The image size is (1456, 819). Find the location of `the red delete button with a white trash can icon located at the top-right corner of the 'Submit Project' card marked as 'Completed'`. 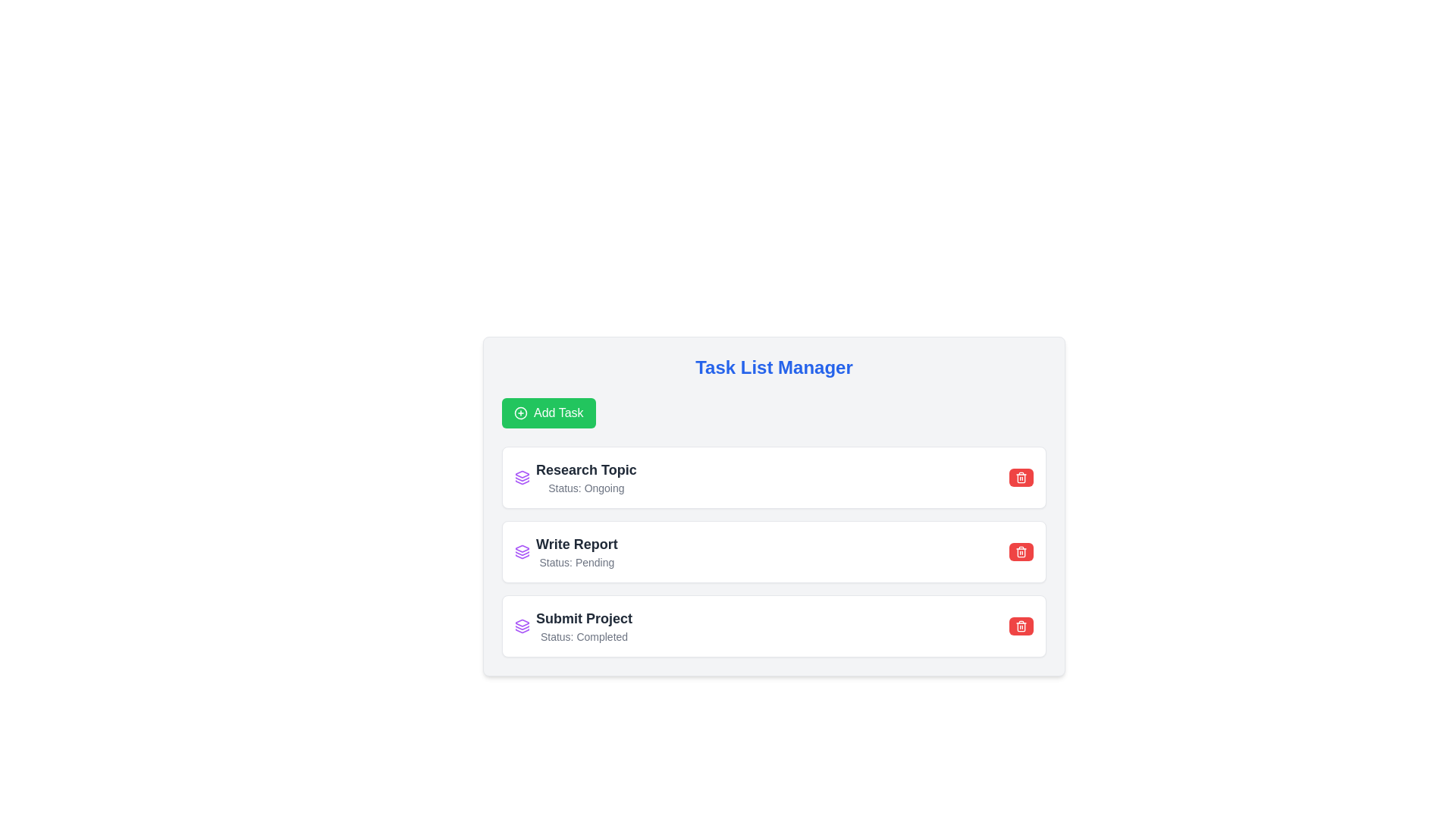

the red delete button with a white trash can icon located at the top-right corner of the 'Submit Project' card marked as 'Completed' is located at coordinates (1021, 626).